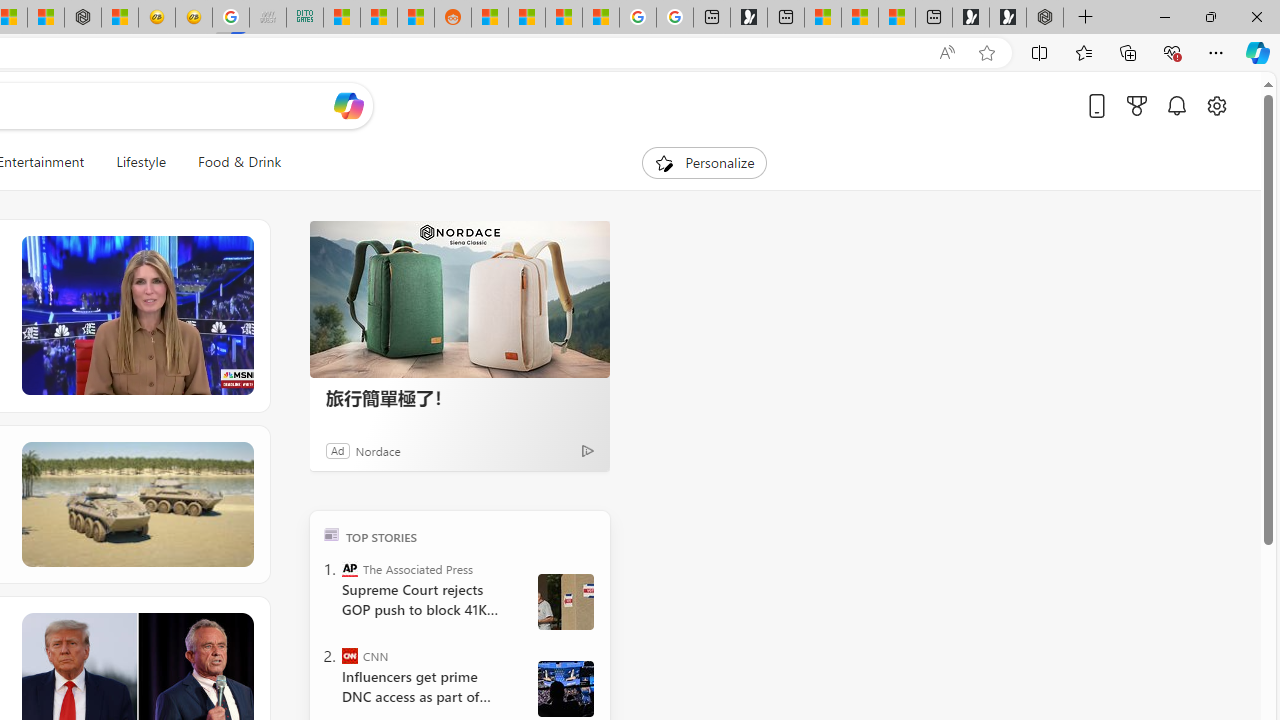  I want to click on 'Microsoft Start Gaming', so click(747, 17).